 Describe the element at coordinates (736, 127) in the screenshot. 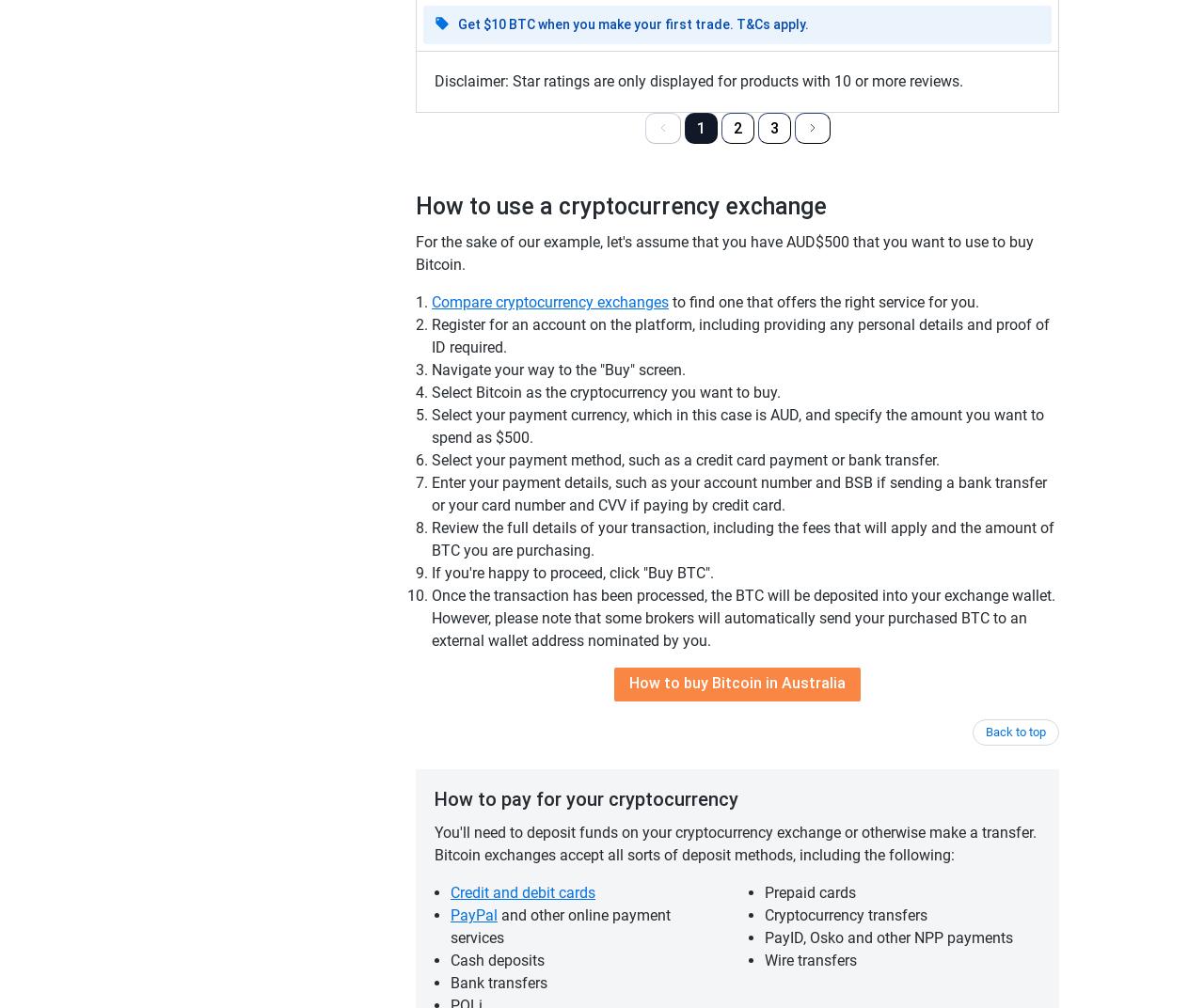

I see `'2'` at that location.